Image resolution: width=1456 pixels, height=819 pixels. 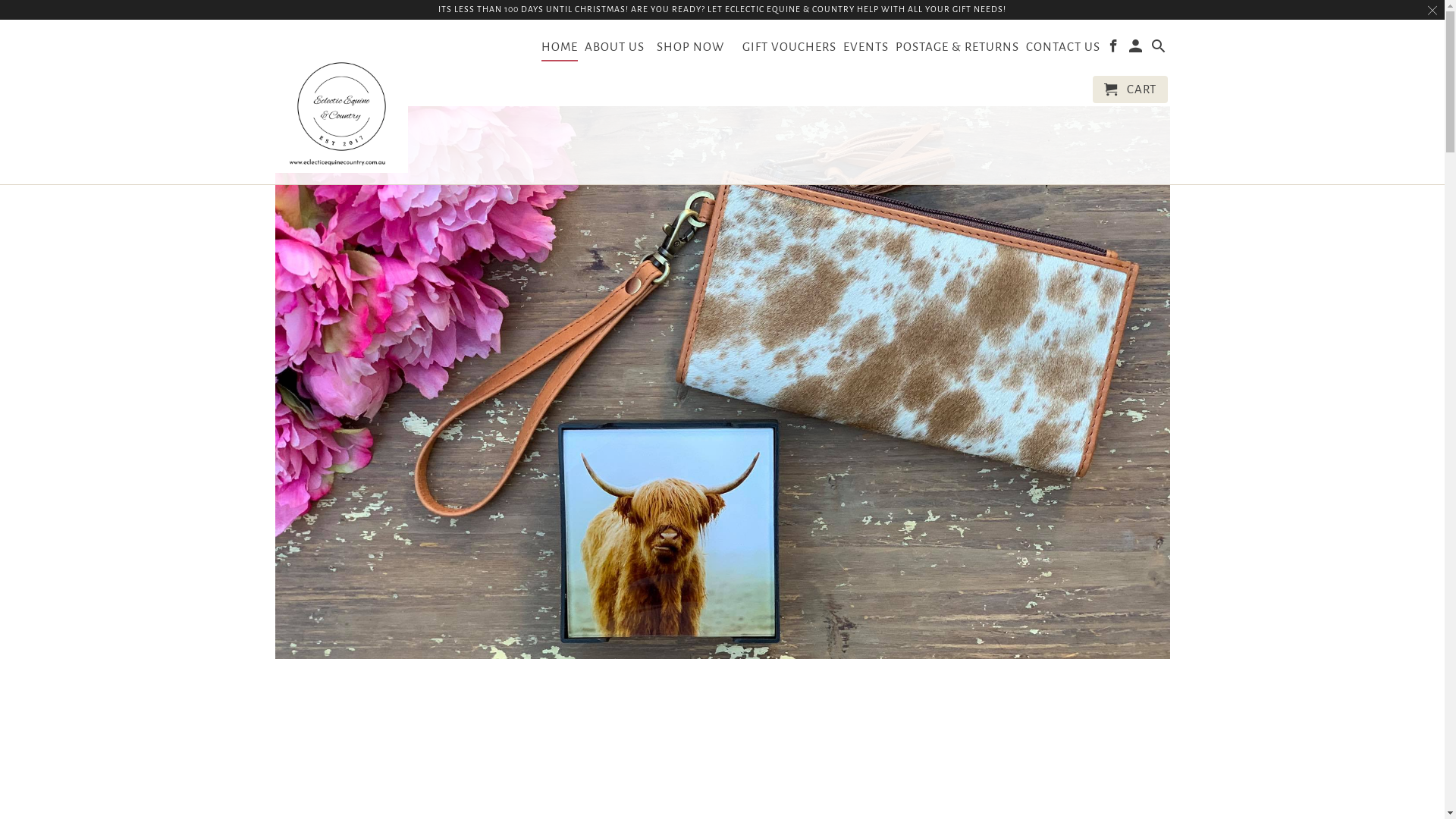 I want to click on '3', so click(x=761, y=749).